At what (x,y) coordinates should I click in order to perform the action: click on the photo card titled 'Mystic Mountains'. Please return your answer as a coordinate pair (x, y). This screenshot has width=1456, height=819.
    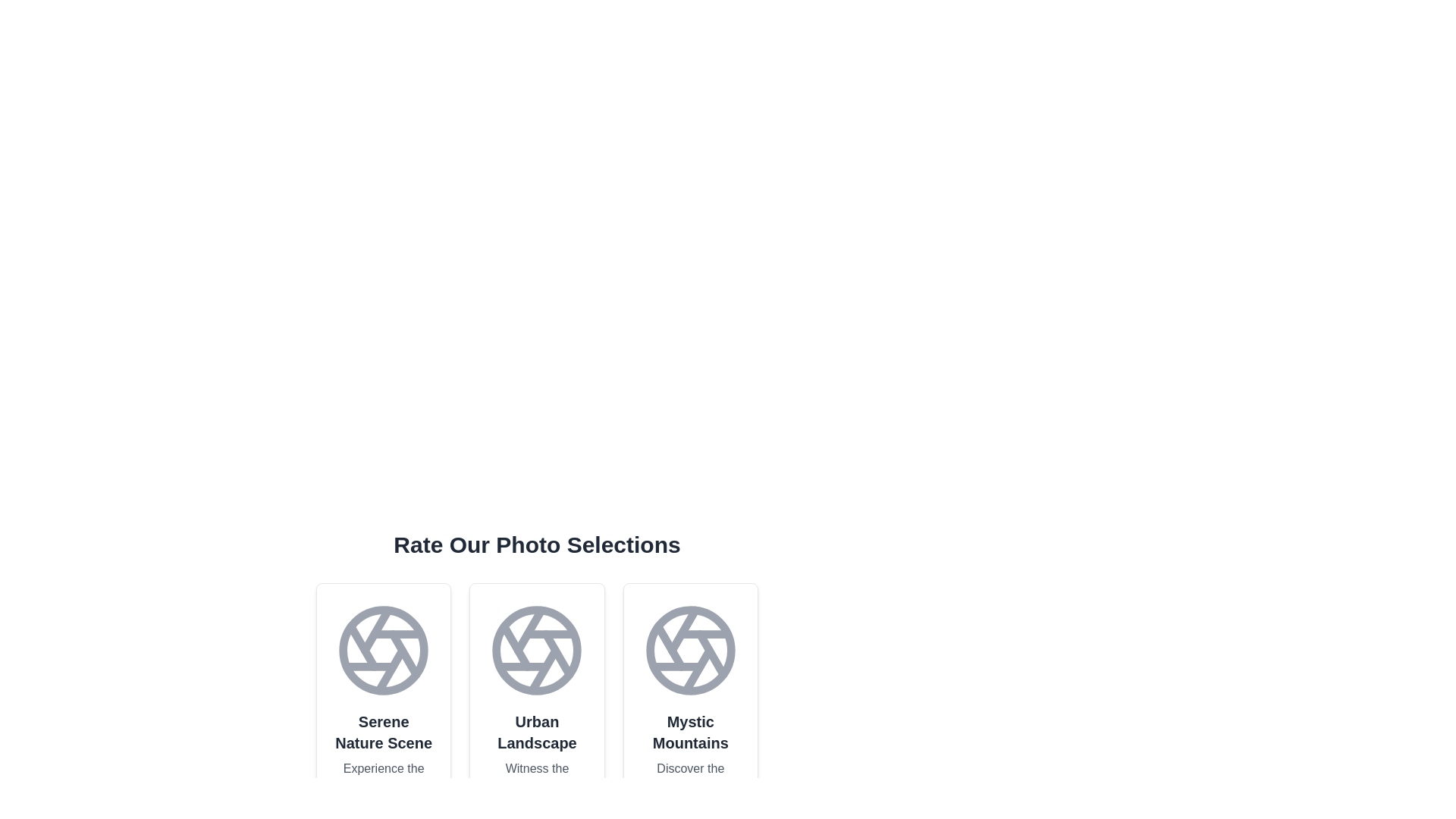
    Looking at the image, I should click on (689, 725).